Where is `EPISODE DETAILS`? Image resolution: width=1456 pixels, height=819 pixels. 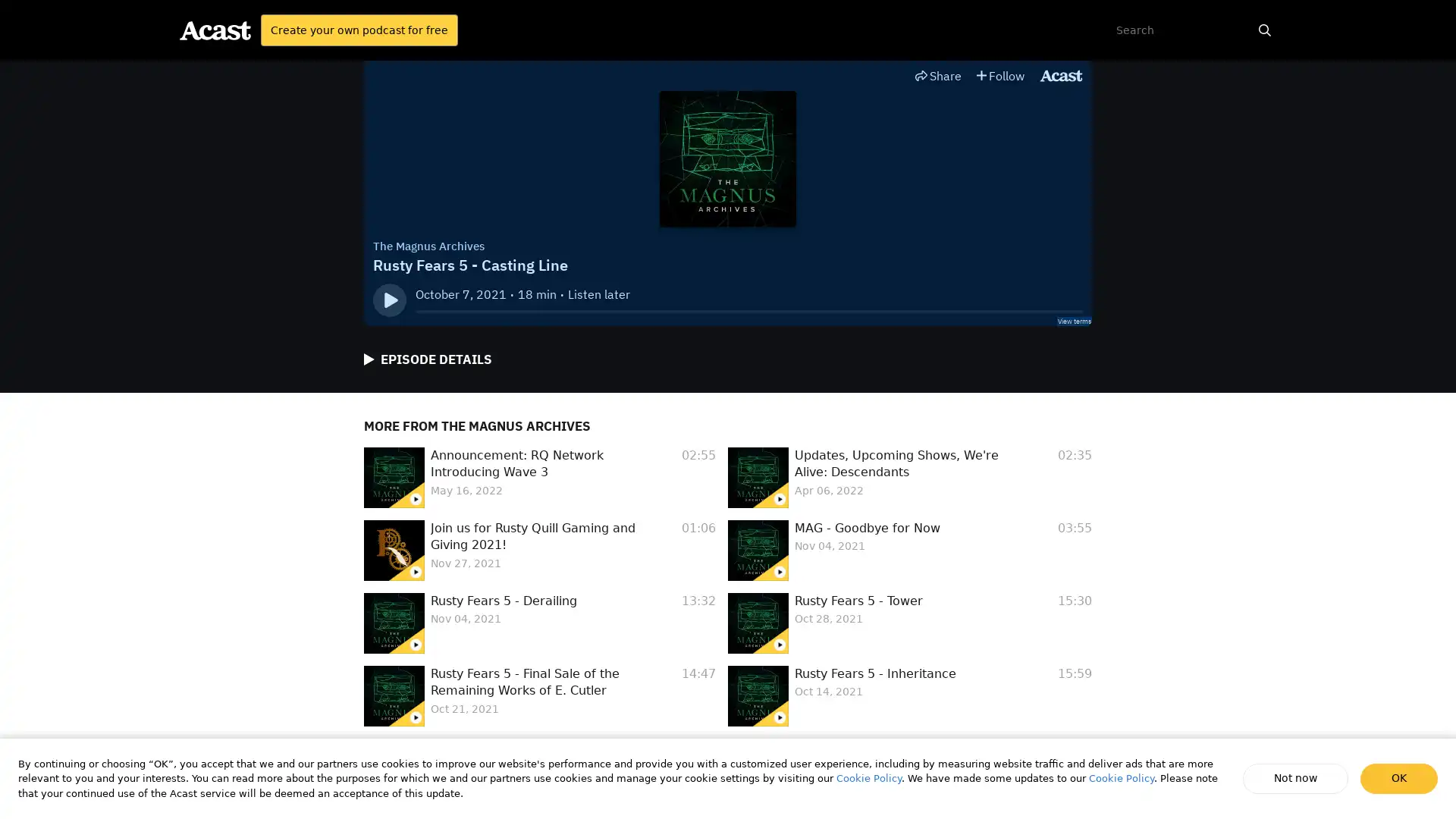 EPISODE DETAILS is located at coordinates (427, 359).